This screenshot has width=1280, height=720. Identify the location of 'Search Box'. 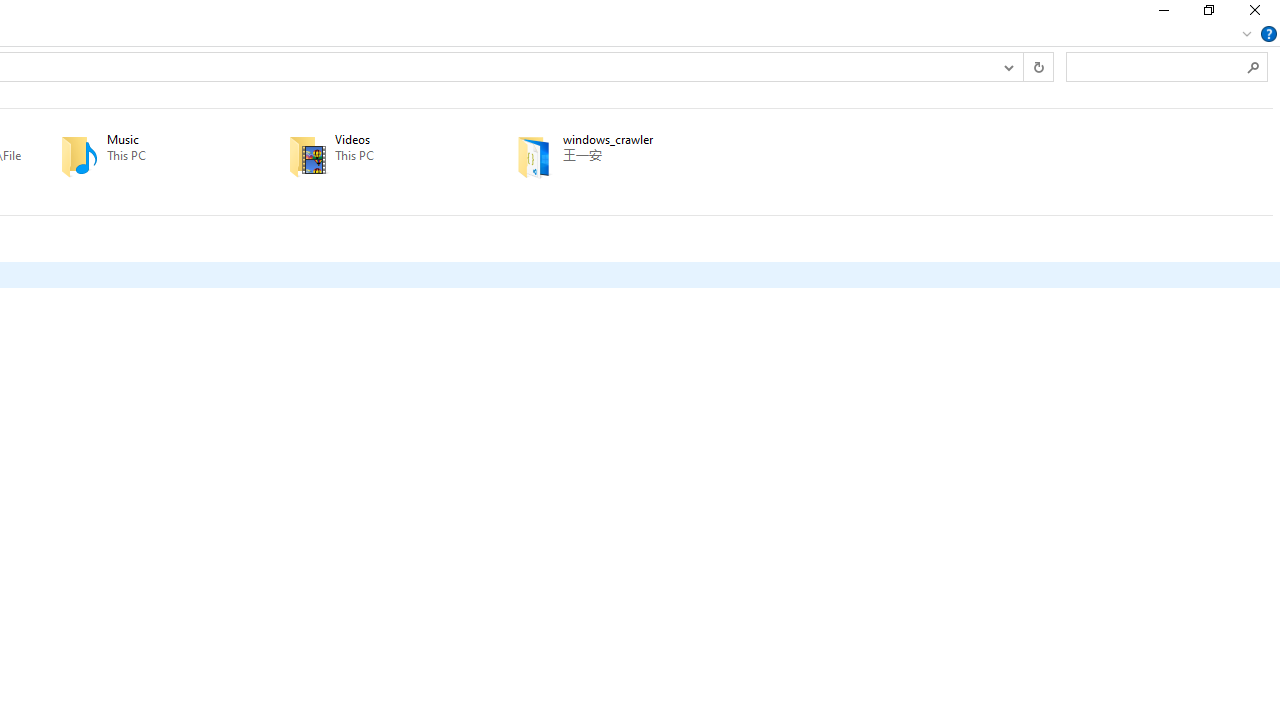
(1157, 65).